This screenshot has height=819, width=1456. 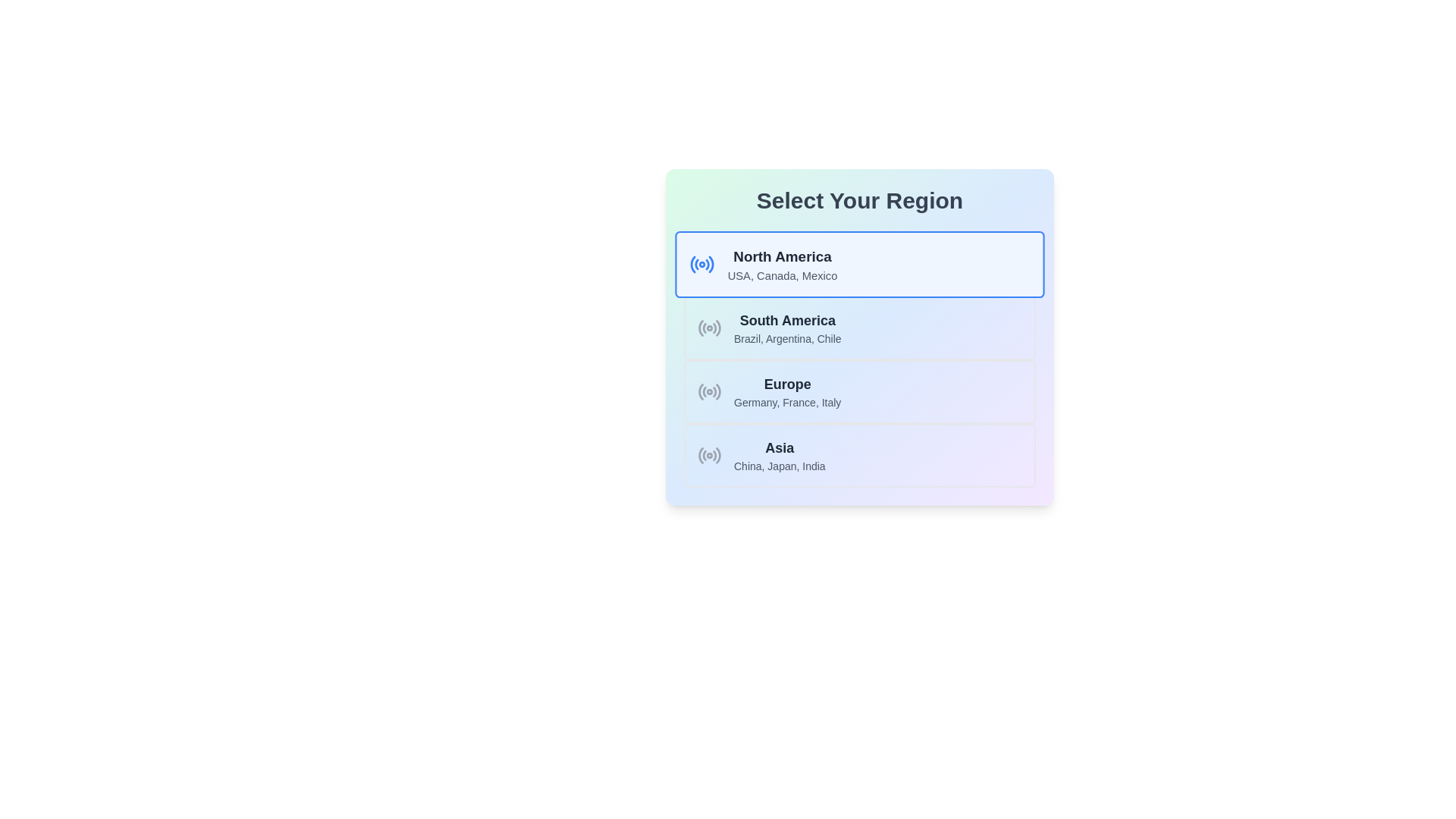 What do you see at coordinates (709, 455) in the screenshot?
I see `the circular radio button styled icon located to the left of the text 'Asia' in the fourth row of the 'Select Your Region' section` at bounding box center [709, 455].